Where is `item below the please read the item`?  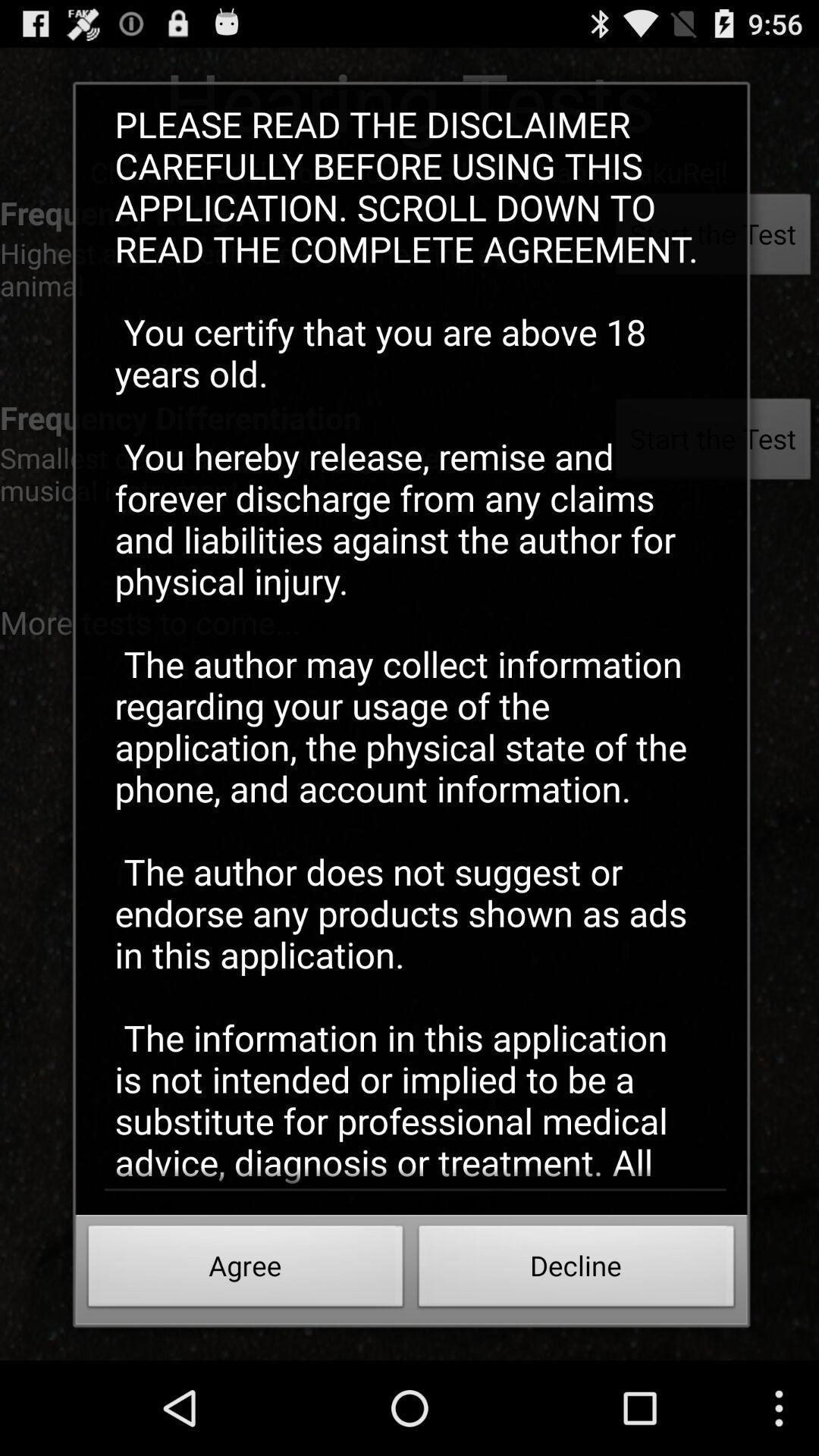 item below the please read the item is located at coordinates (245, 1270).